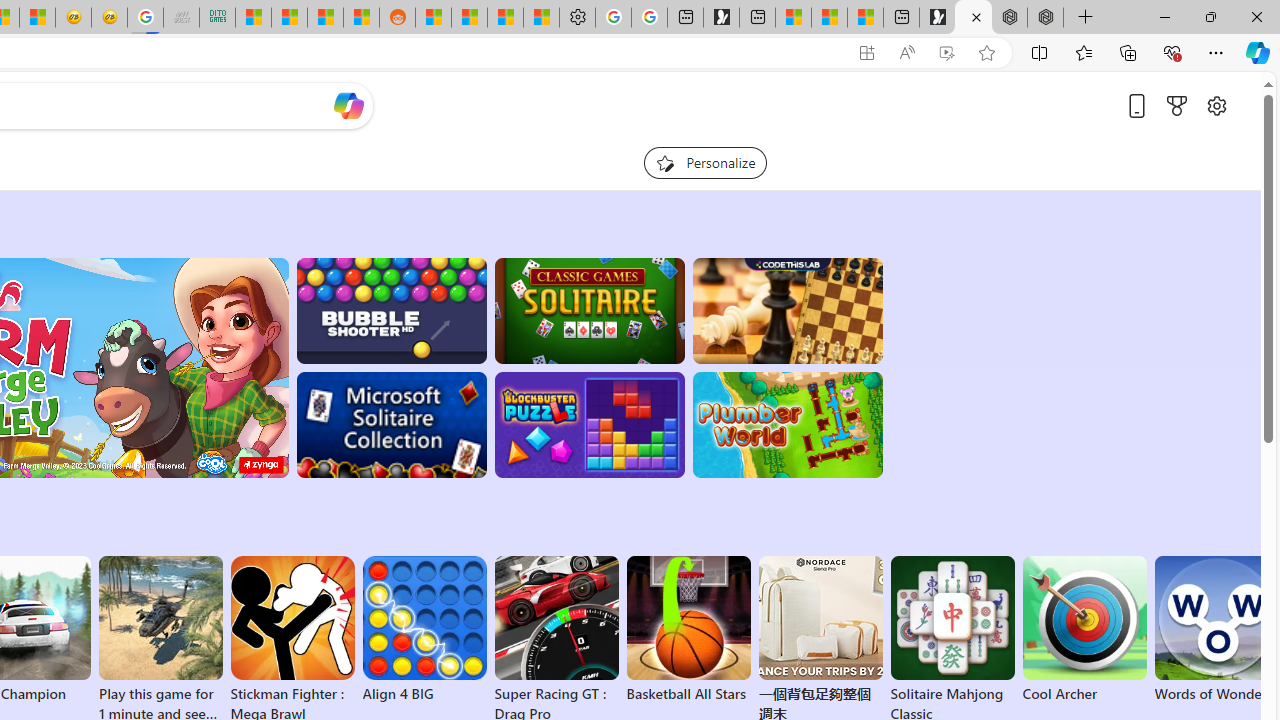 The image size is (1280, 720). What do you see at coordinates (423, 630) in the screenshot?
I see `'Align 4 BIG'` at bounding box center [423, 630].